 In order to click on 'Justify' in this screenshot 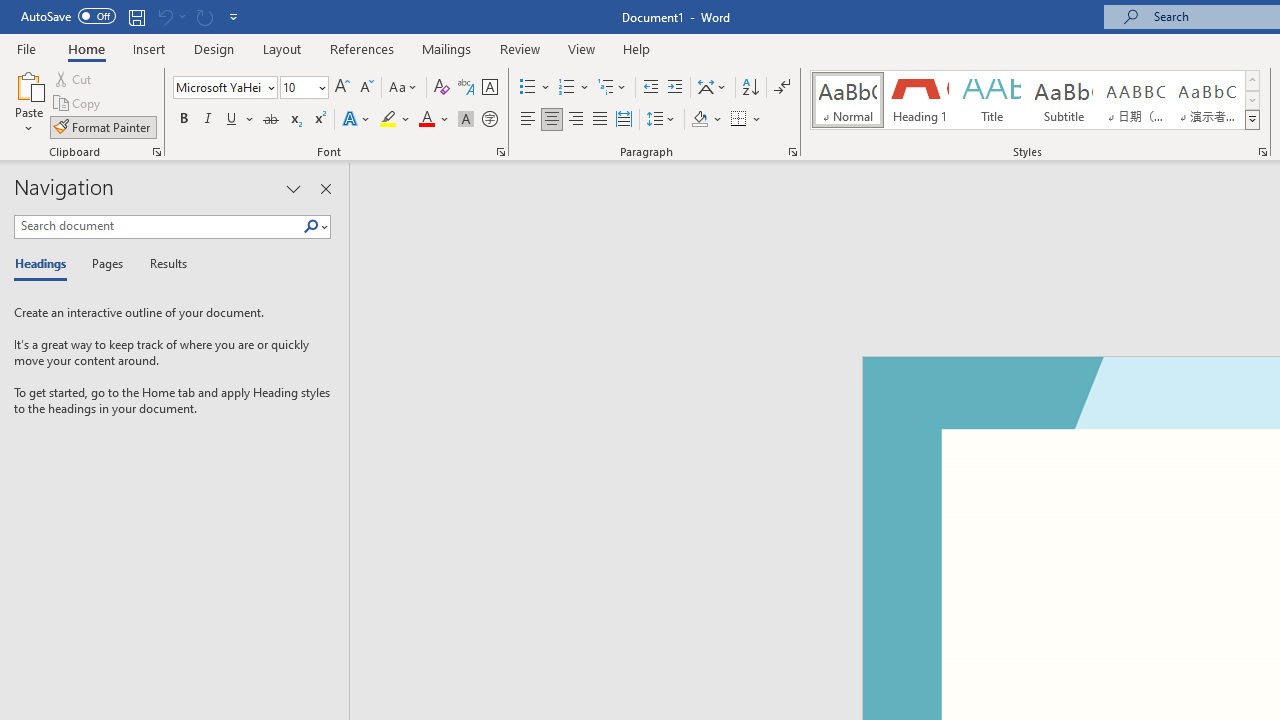, I will do `click(598, 119)`.